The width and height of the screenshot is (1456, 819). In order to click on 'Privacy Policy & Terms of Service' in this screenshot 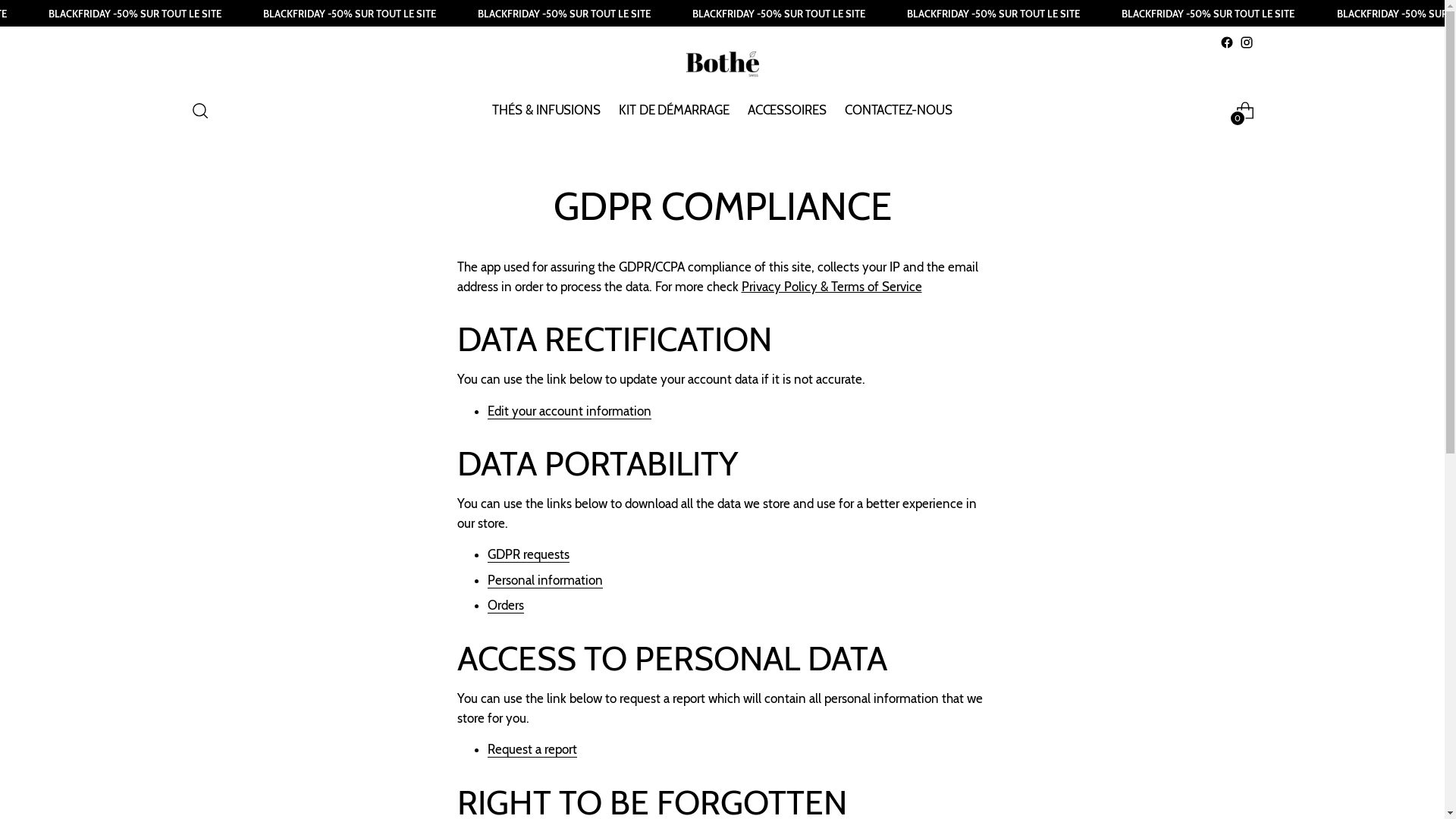, I will do `click(831, 287)`.